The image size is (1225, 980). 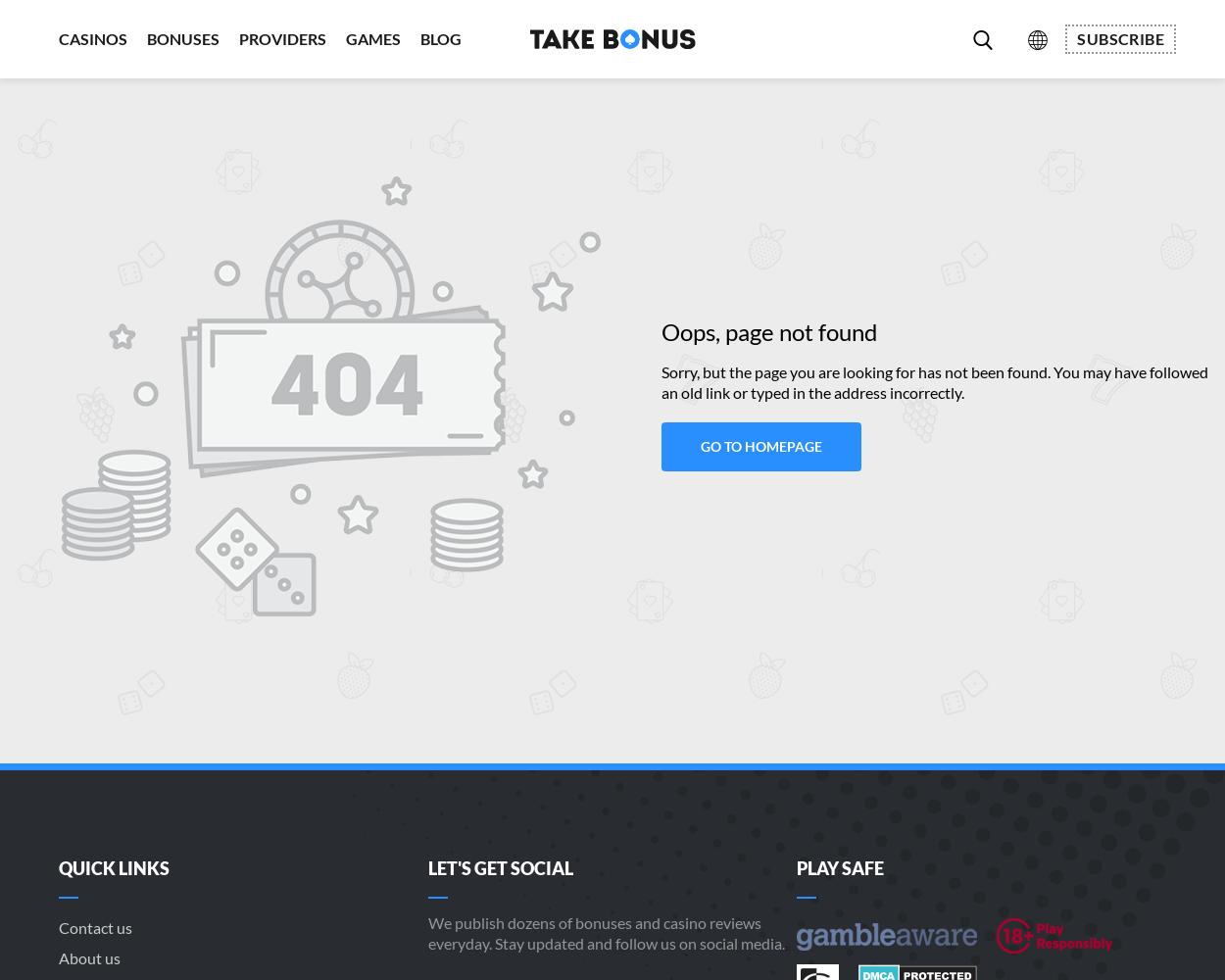 I want to click on 'Casinos', so click(x=59, y=38).